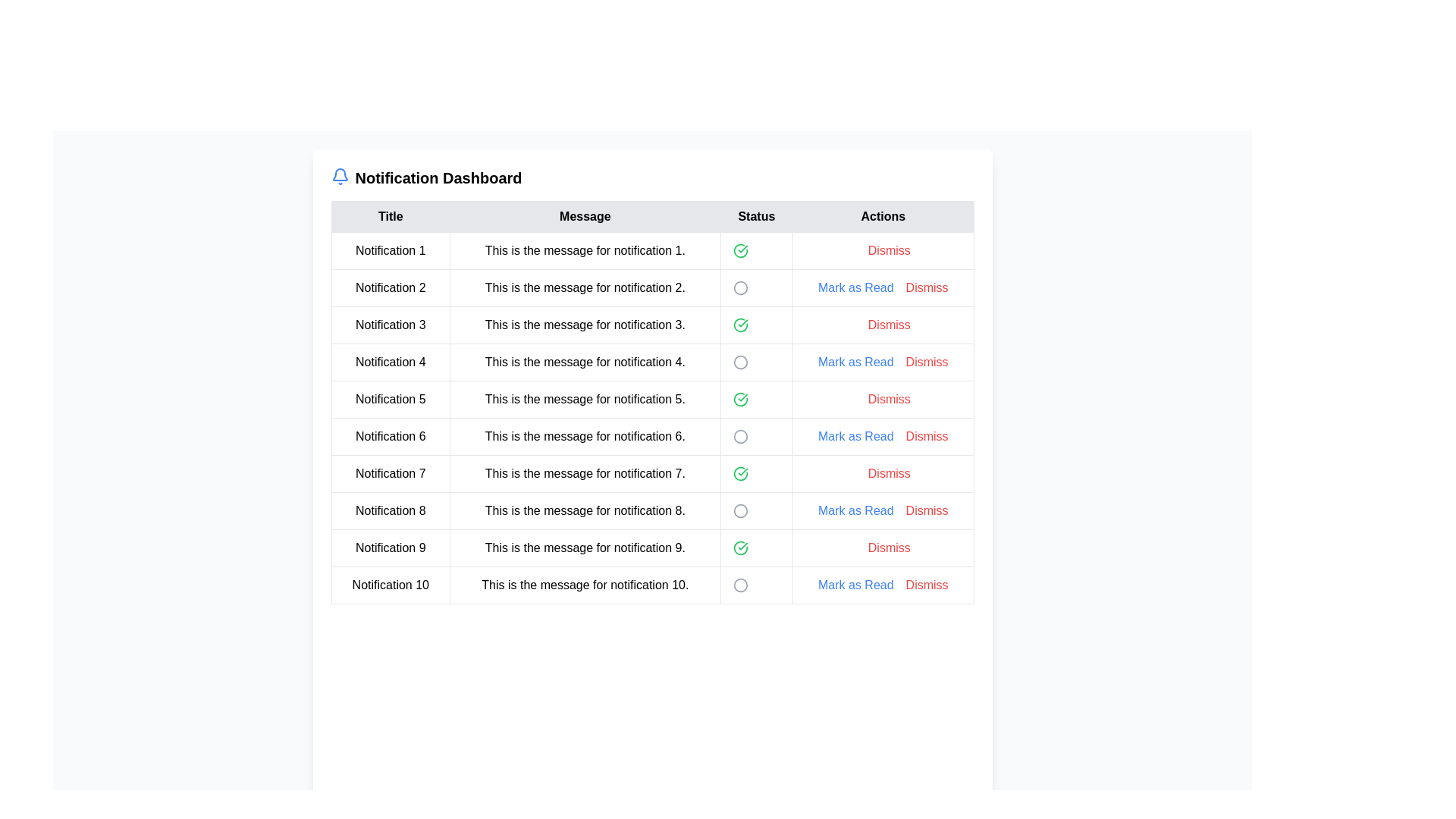 The image size is (1456, 819). Describe the element at coordinates (652, 418) in the screenshot. I see `the table row labeled 'Notification 5'` at that location.